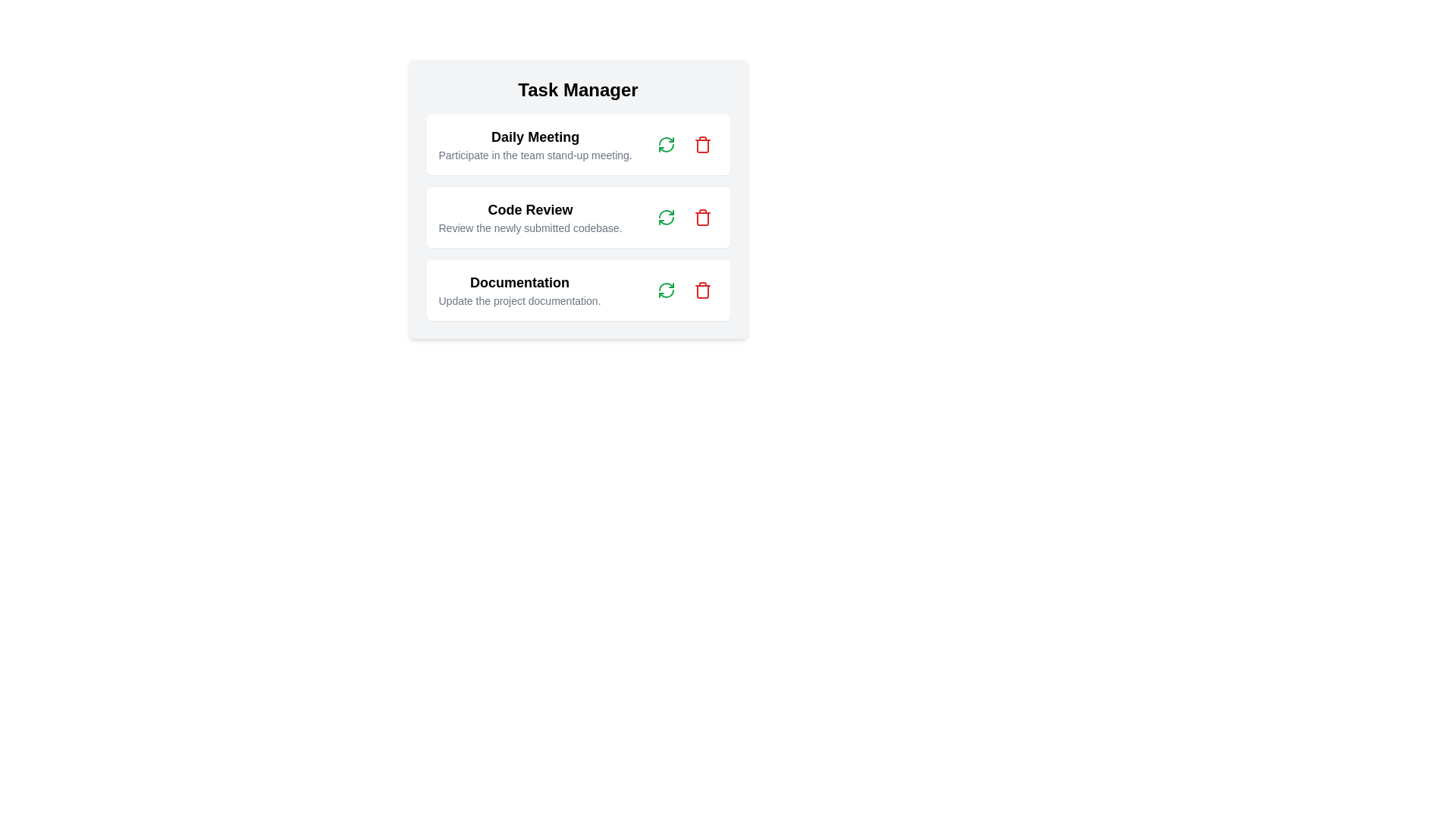 The width and height of the screenshot is (1456, 819). Describe the element at coordinates (666, 217) in the screenshot. I see `the refresh button located in the second row under the 'Code Review' task, positioned directly to the right of the task description text and next to the delete icon` at that location.